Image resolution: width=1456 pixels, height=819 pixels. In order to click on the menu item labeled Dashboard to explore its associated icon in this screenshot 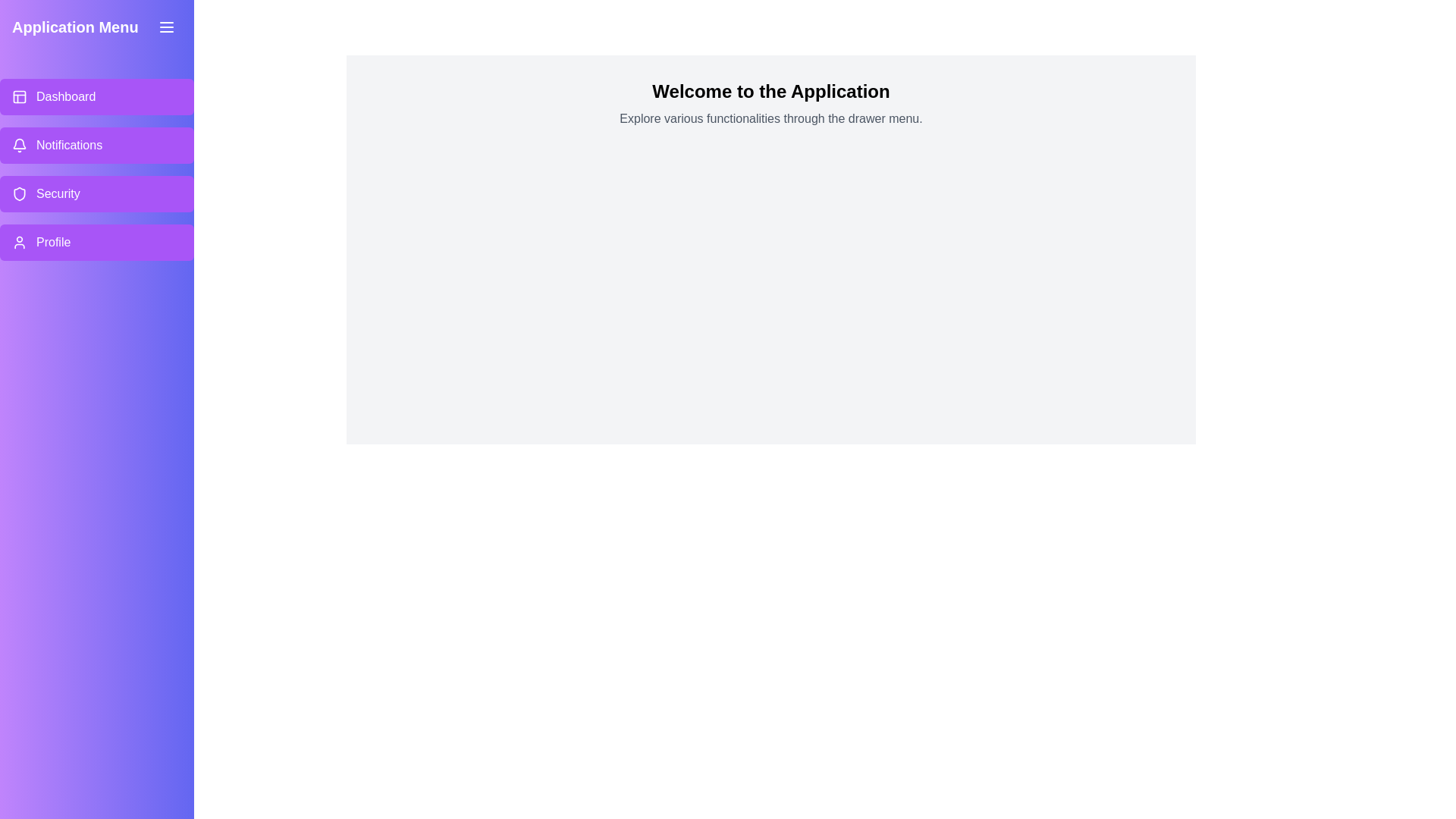, I will do `click(19, 96)`.